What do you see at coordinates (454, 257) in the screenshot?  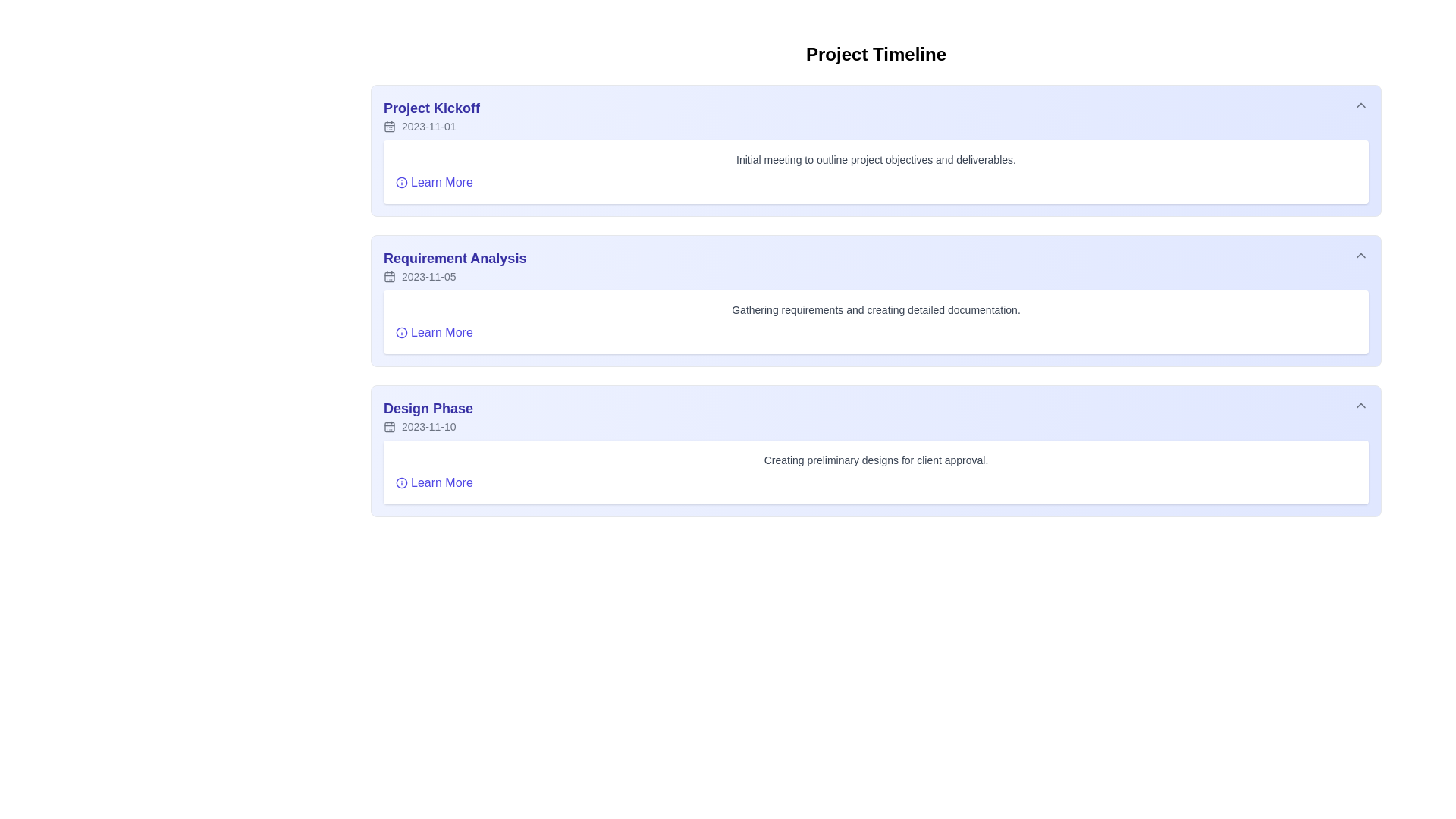 I see `the indigo blue text label that reads 'Requirement Analysis'` at bounding box center [454, 257].